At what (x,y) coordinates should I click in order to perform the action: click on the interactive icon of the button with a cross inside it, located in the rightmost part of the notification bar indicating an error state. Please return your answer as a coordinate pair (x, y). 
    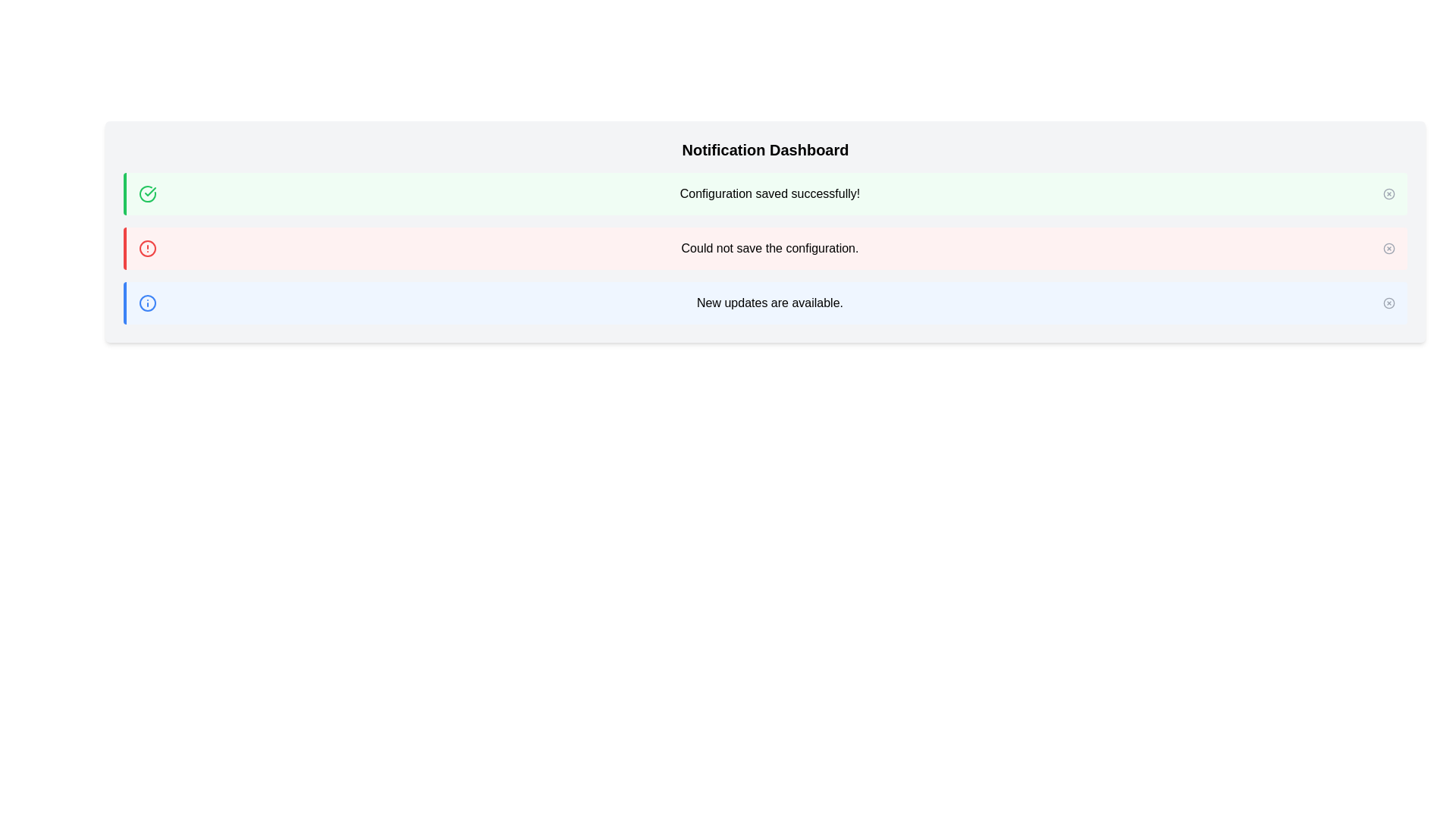
    Looking at the image, I should click on (1389, 247).